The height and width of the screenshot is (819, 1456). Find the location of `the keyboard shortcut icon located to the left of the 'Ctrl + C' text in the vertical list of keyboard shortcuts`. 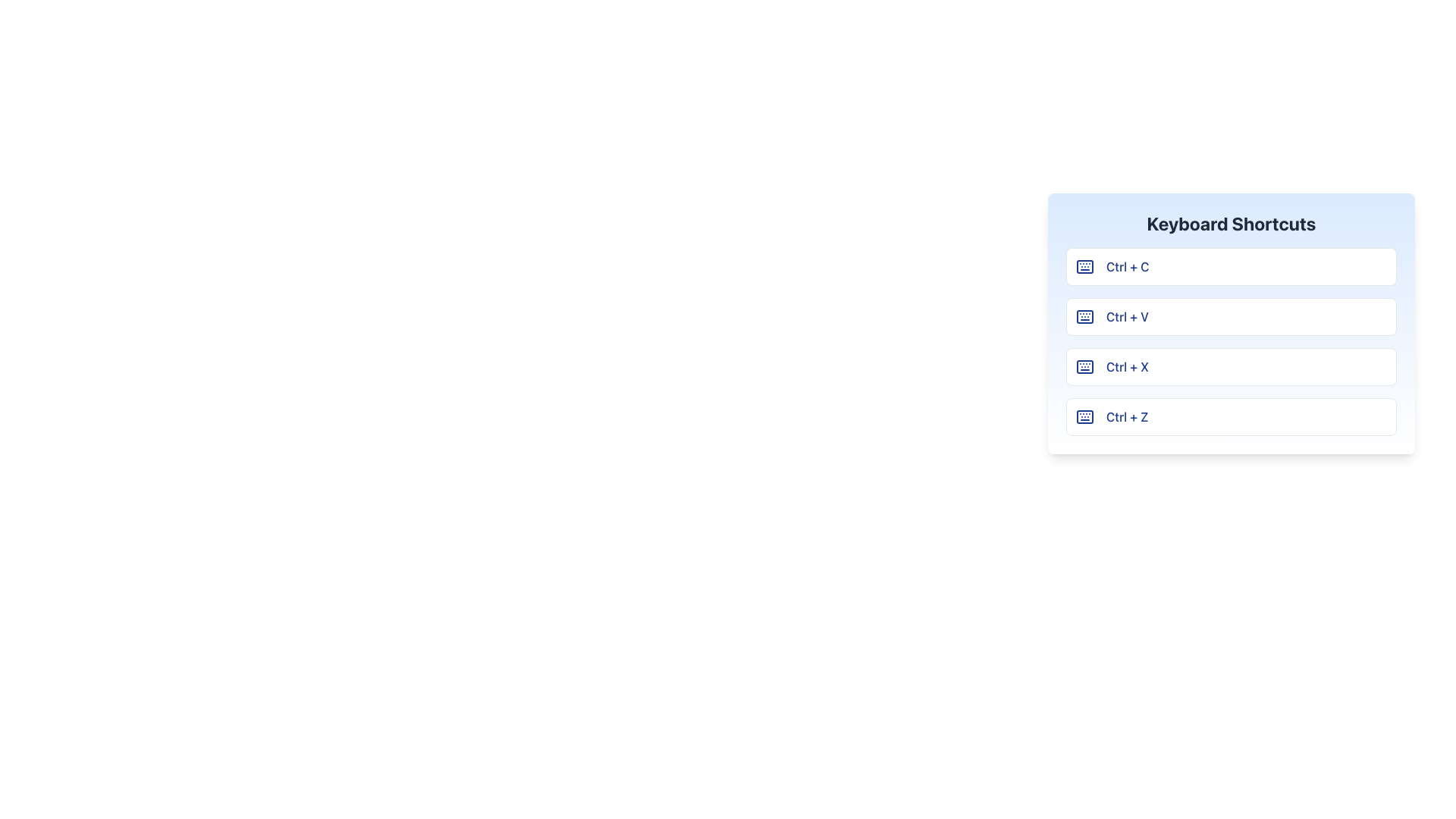

the keyboard shortcut icon located to the left of the 'Ctrl + C' text in the vertical list of keyboard shortcuts is located at coordinates (1084, 265).